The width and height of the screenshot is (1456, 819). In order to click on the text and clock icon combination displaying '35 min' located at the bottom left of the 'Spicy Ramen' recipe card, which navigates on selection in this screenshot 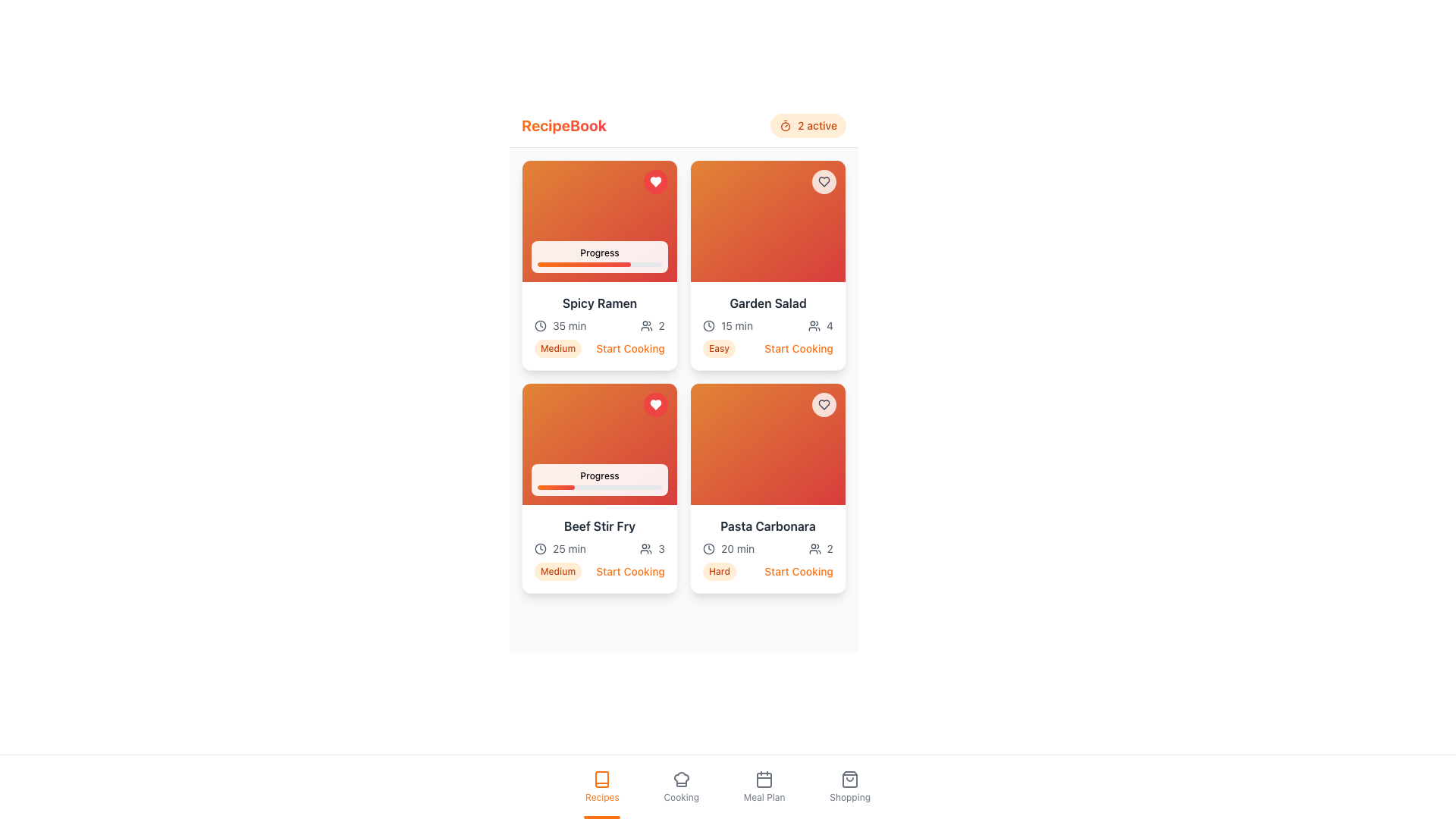, I will do `click(560, 325)`.